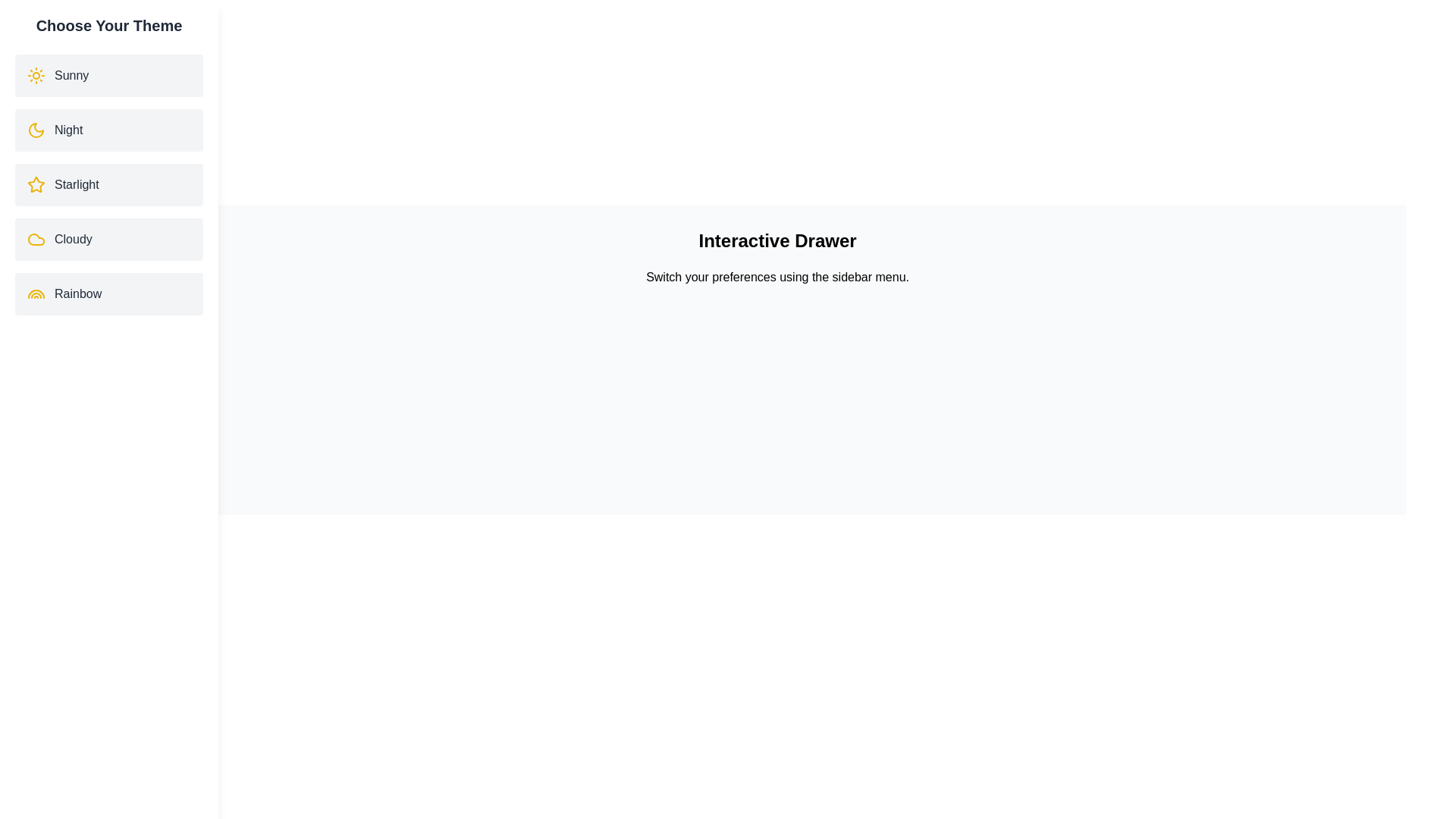  I want to click on the theme item Rainbow to observe its hover effect, so click(108, 294).